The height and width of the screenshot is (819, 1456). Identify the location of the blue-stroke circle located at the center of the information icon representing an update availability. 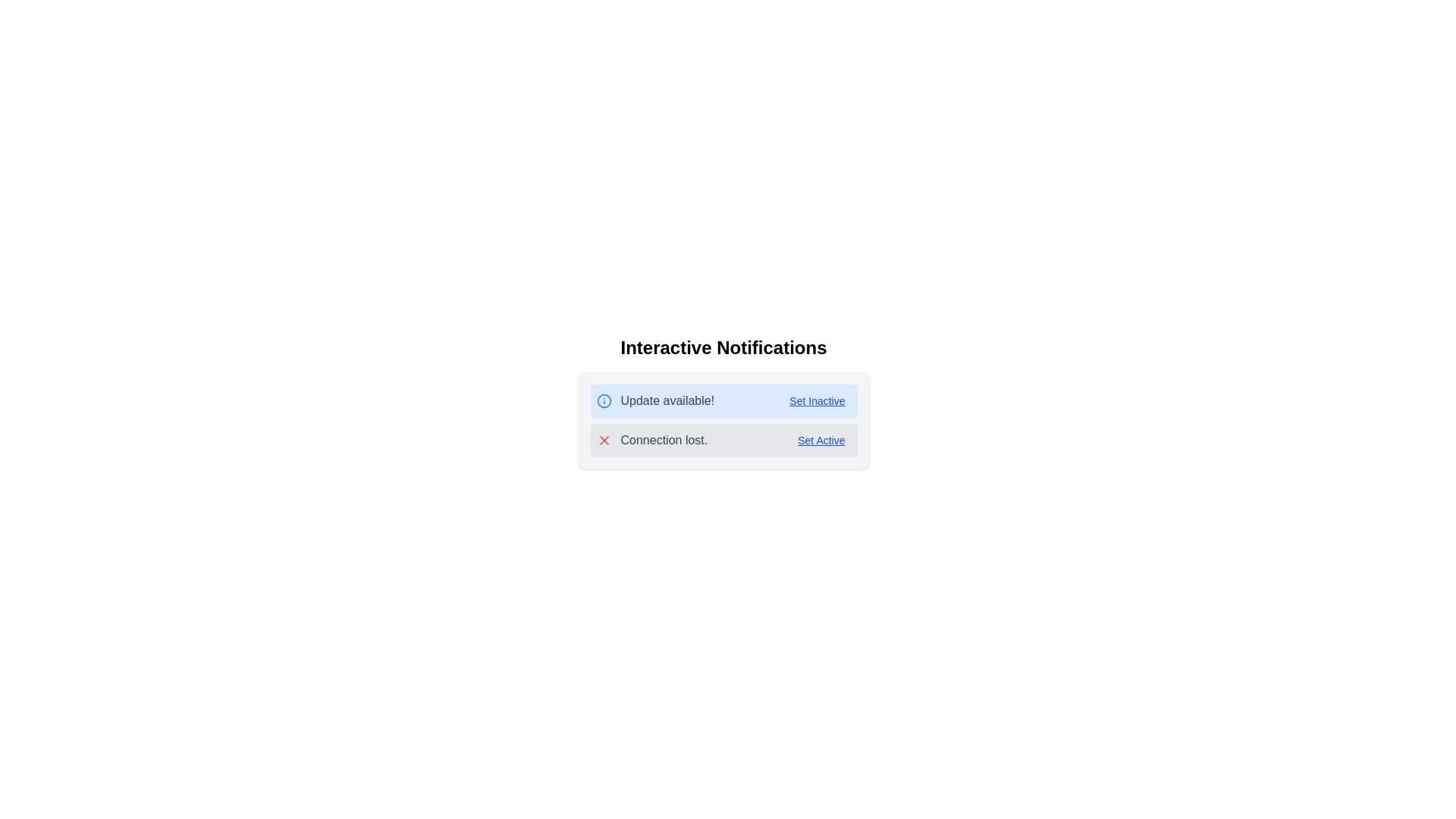
(603, 400).